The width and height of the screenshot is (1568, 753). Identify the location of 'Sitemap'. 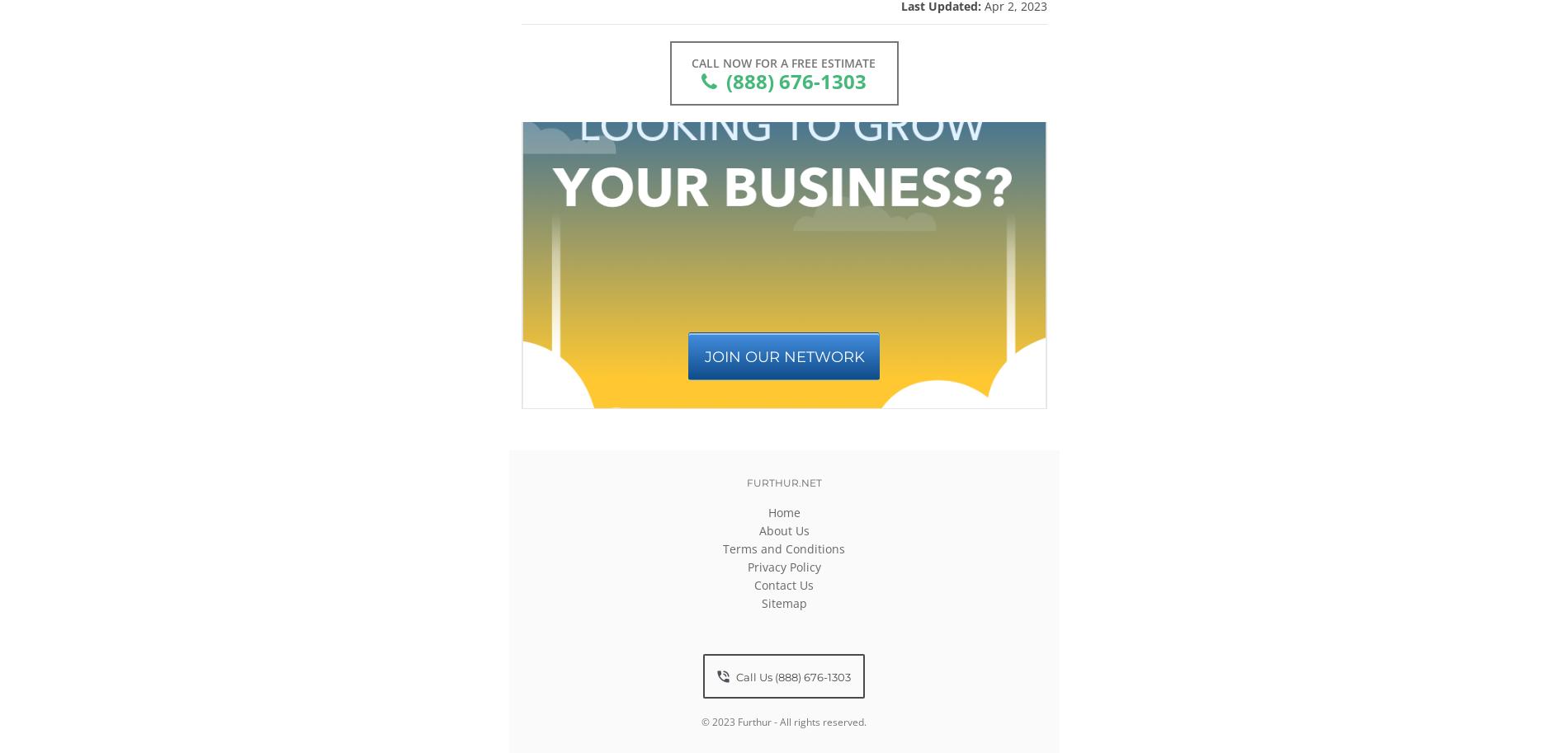
(760, 602).